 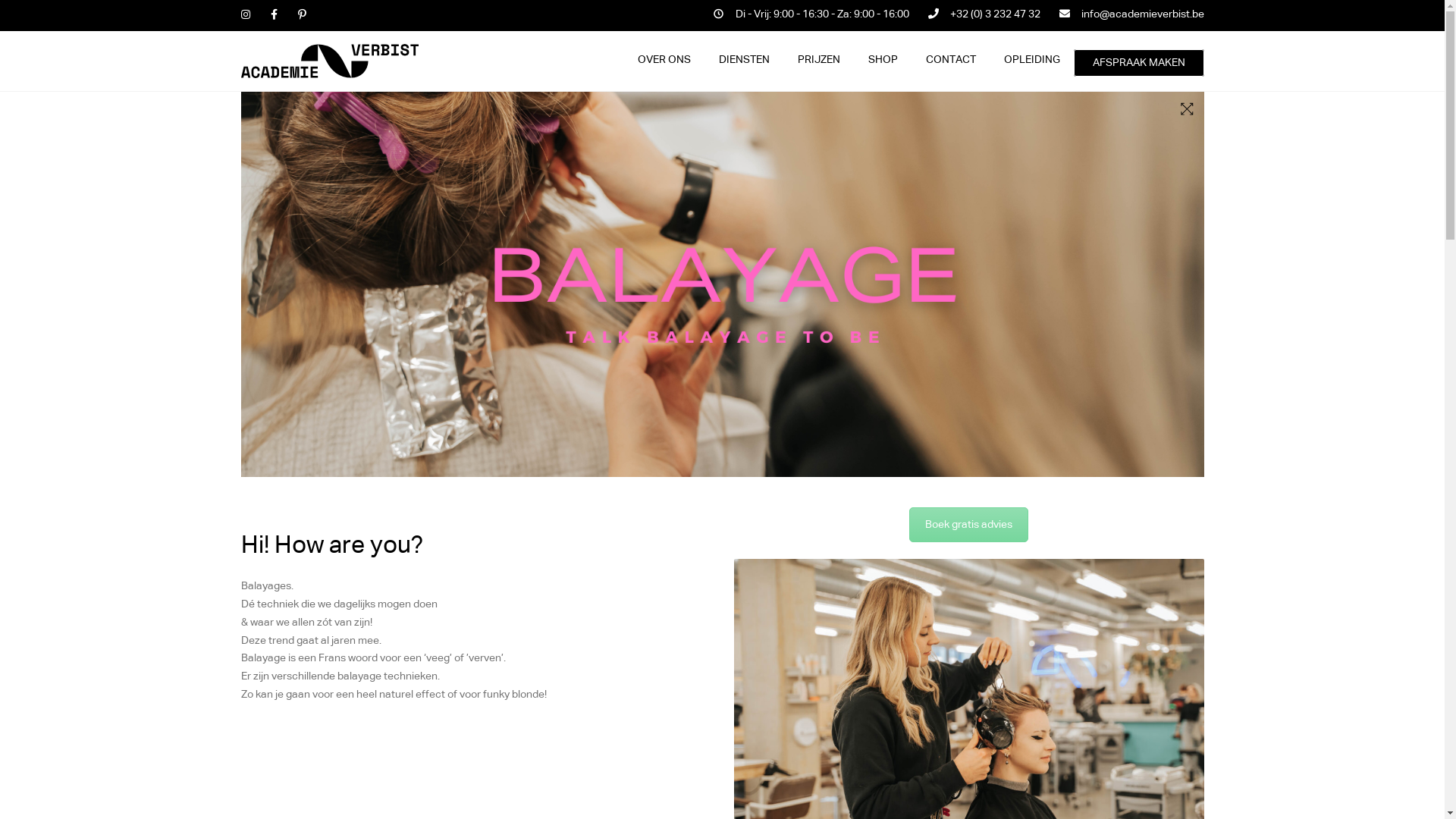 What do you see at coordinates (721, 704) in the screenshot?
I see `'Customer reviews powered by Trustpilot'` at bounding box center [721, 704].